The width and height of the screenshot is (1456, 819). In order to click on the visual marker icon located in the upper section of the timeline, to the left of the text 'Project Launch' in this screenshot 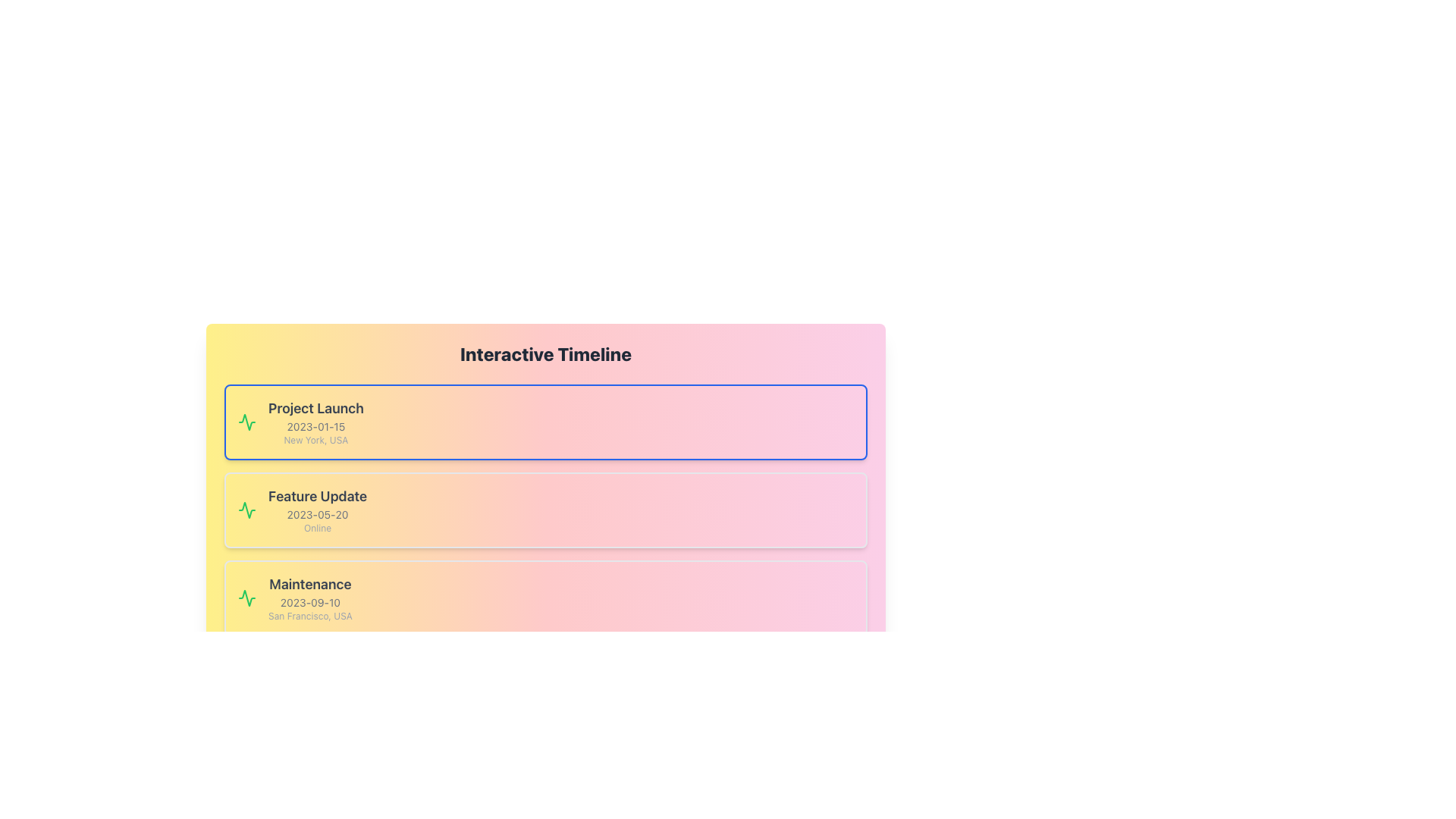, I will do `click(247, 510)`.